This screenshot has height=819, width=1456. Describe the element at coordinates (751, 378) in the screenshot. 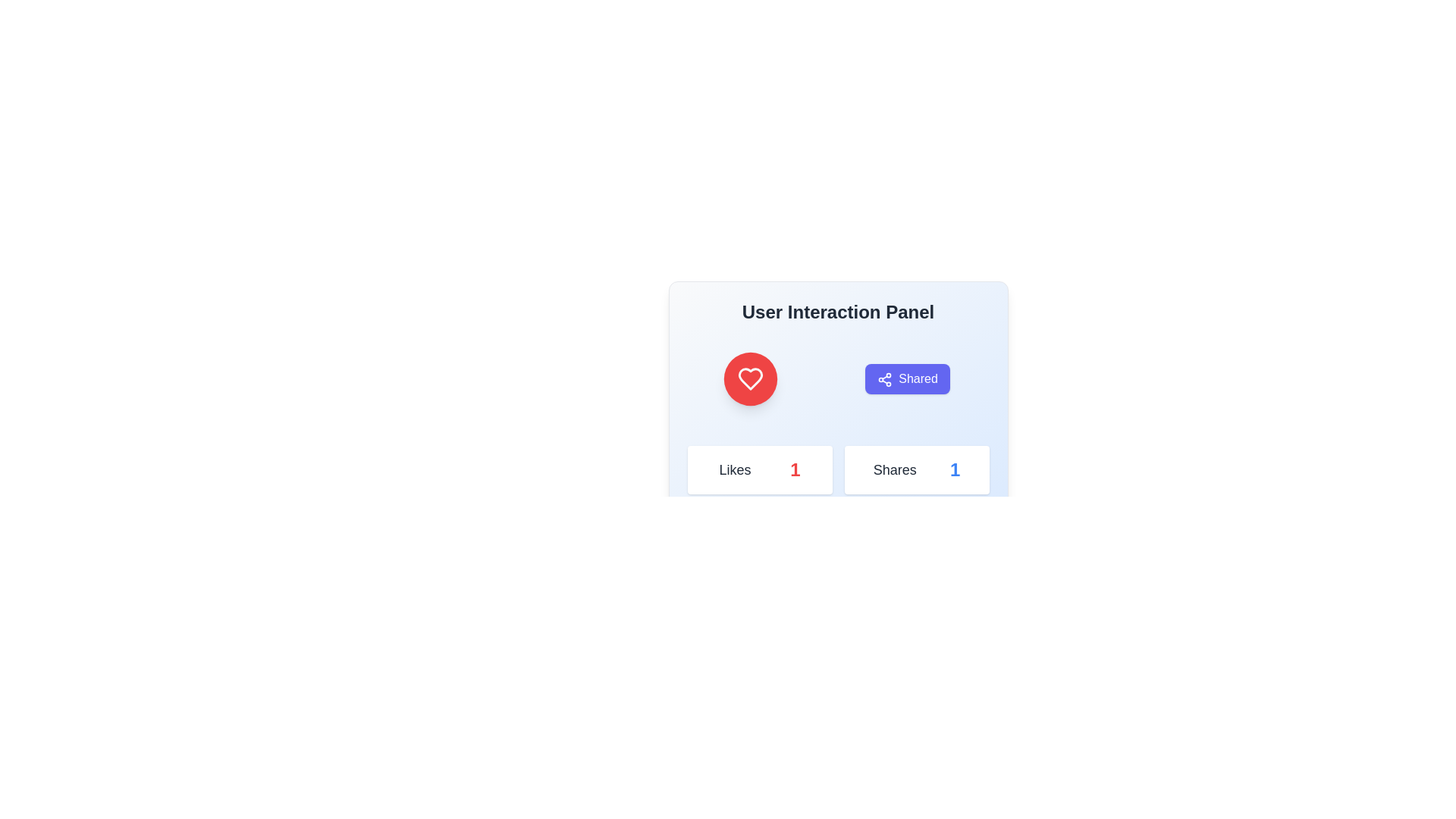

I see `the circular red button with a white heart icon to like` at that location.